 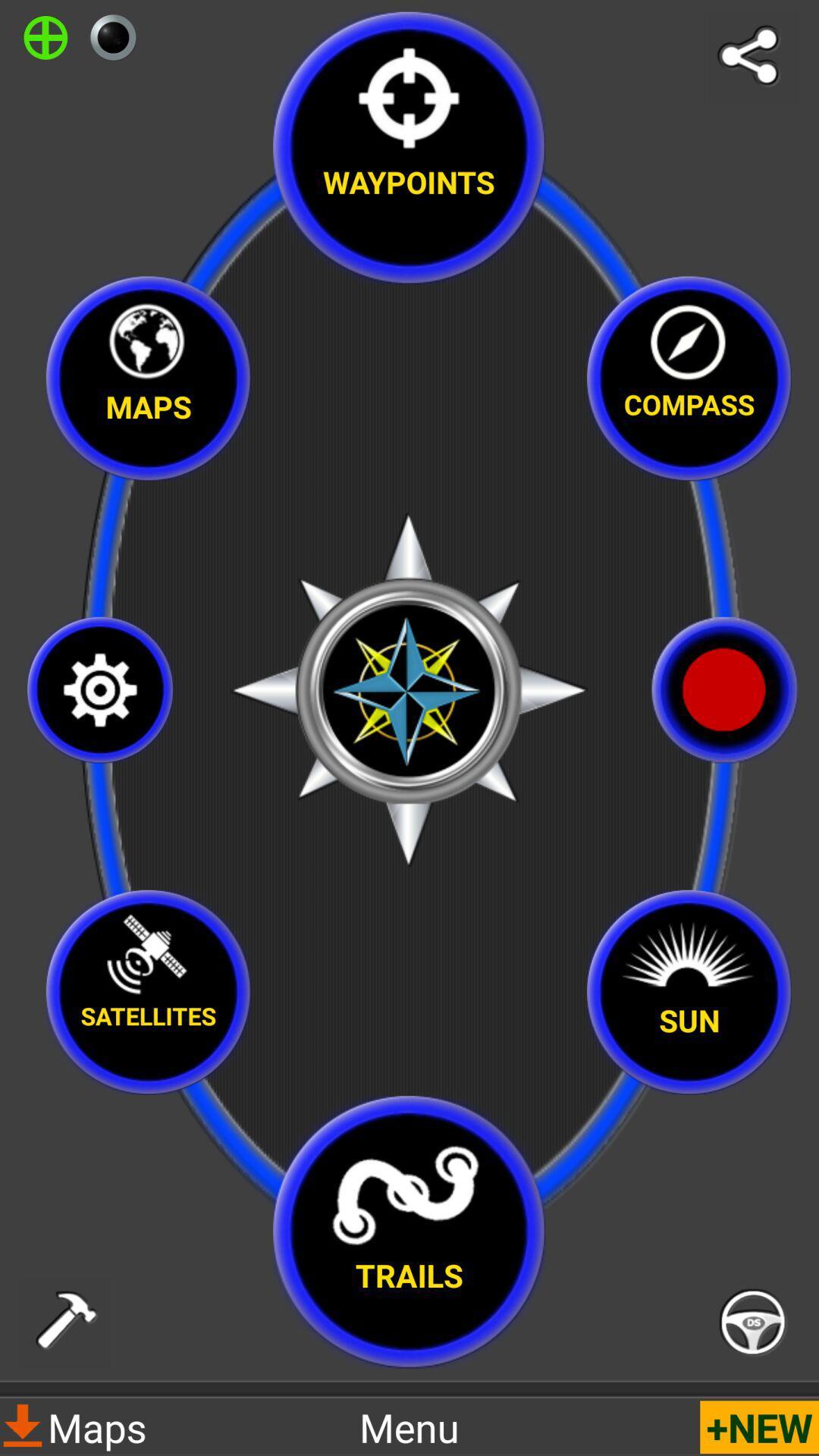 I want to click on the settings icon above satellites, so click(x=100, y=689).